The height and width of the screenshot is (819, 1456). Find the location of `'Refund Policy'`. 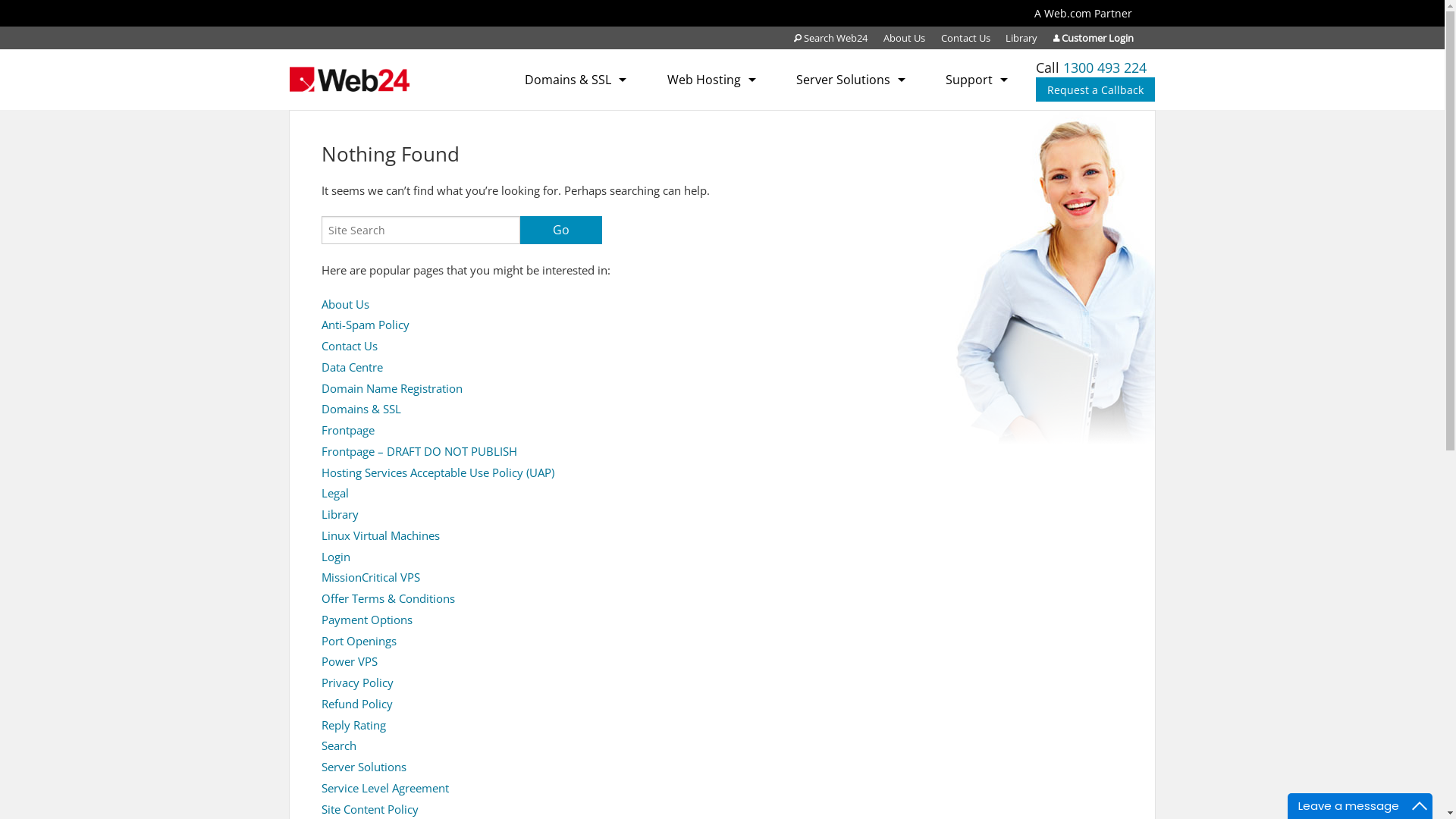

'Refund Policy' is located at coordinates (356, 704).